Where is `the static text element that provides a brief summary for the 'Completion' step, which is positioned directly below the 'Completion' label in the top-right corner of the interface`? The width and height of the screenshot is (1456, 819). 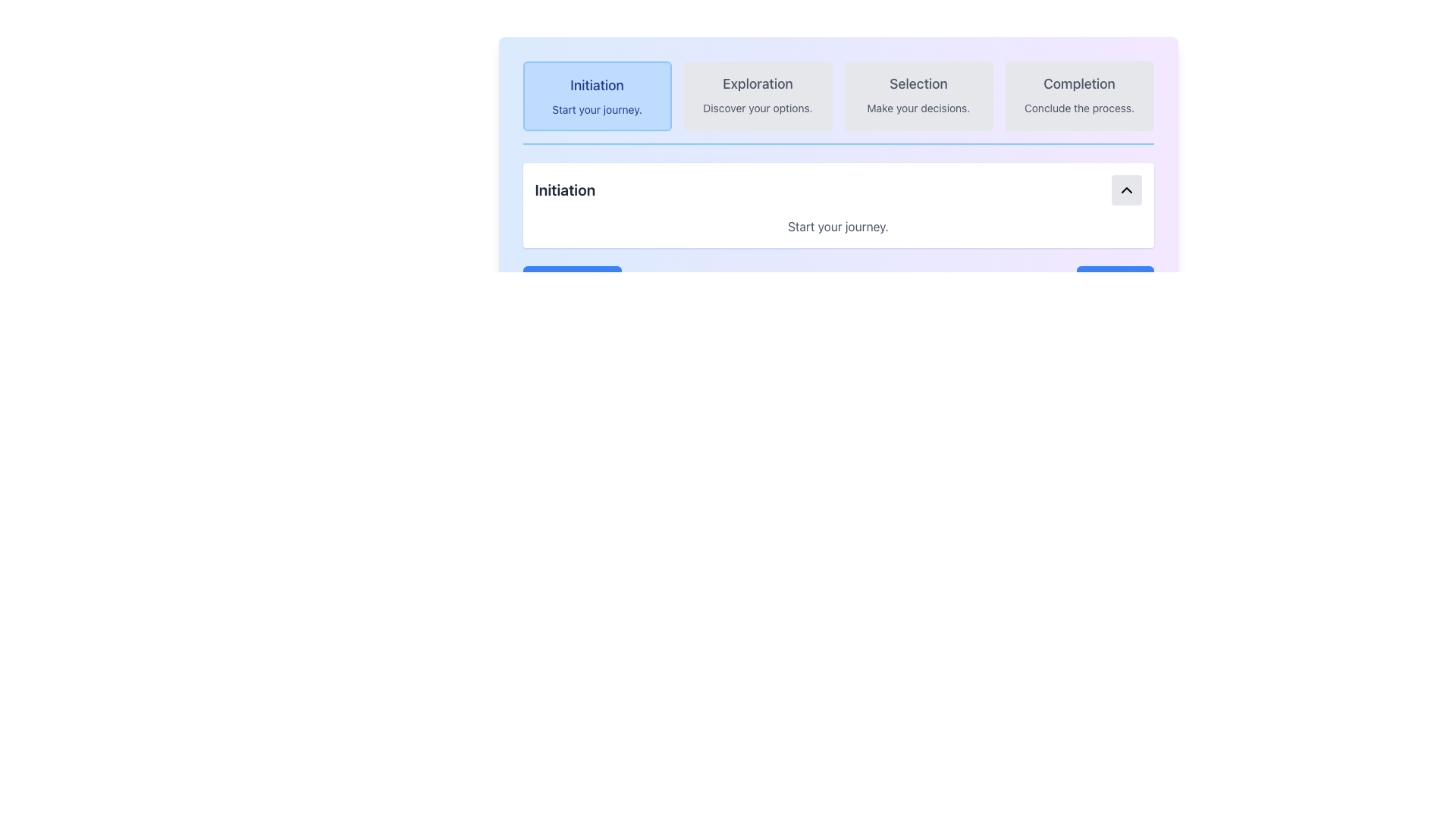 the static text element that provides a brief summary for the 'Completion' step, which is positioned directly below the 'Completion' label in the top-right corner of the interface is located at coordinates (1078, 107).